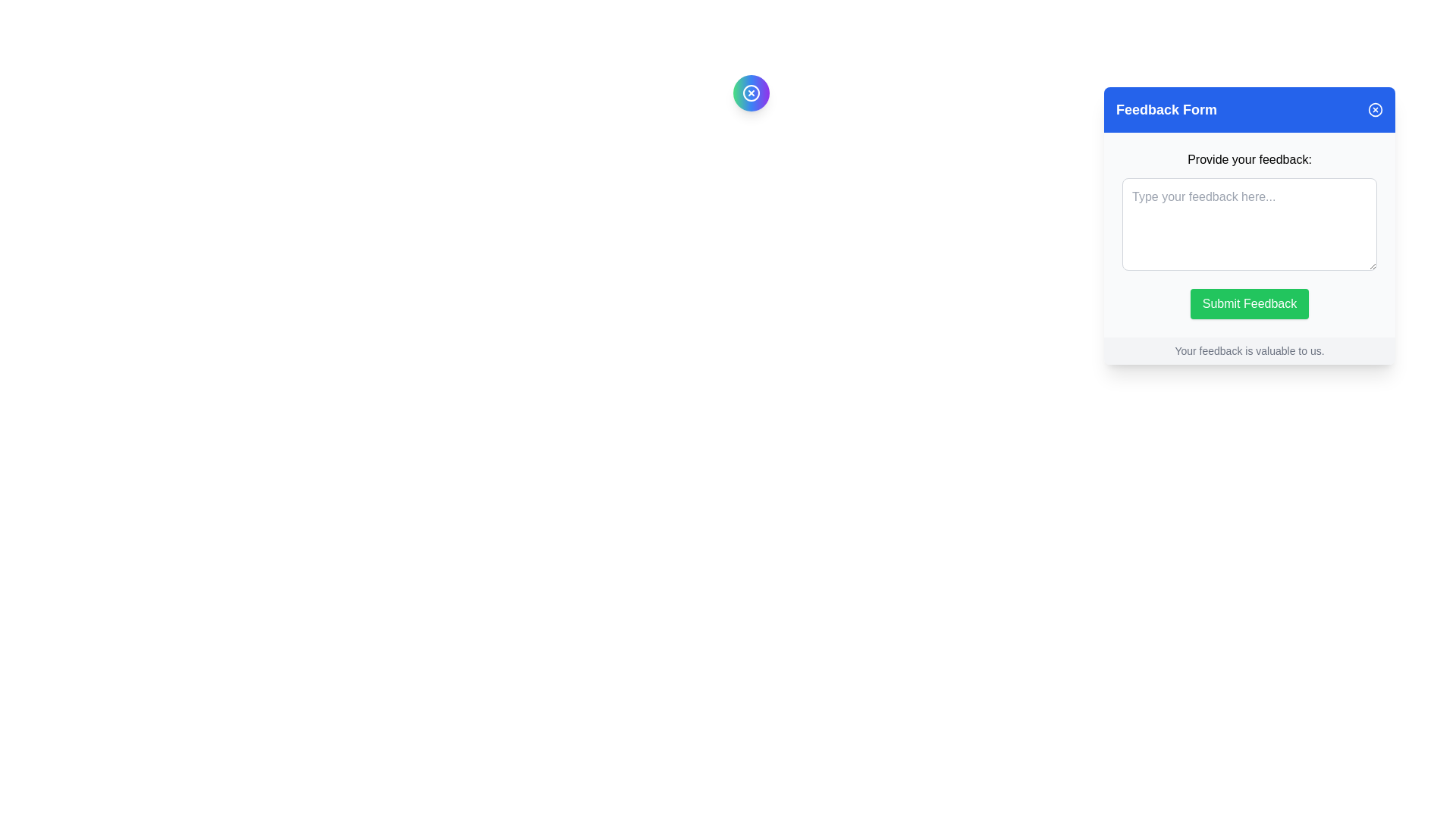 The width and height of the screenshot is (1456, 819). Describe the element at coordinates (1376, 109) in the screenshot. I see `the close or cancel icon button located above the 'Feedback Form' section in the top section of the interface` at that location.